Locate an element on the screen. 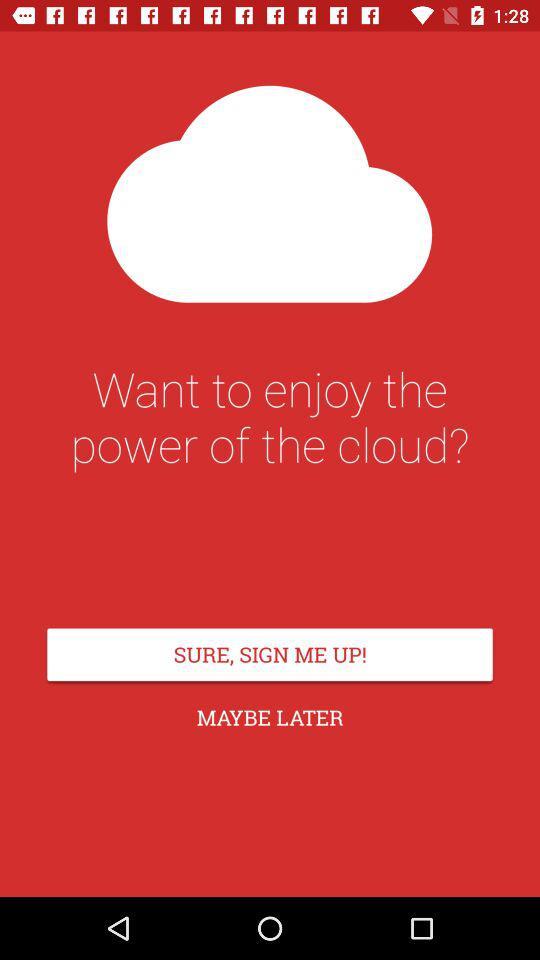  the icon above maybe later item is located at coordinates (270, 653).